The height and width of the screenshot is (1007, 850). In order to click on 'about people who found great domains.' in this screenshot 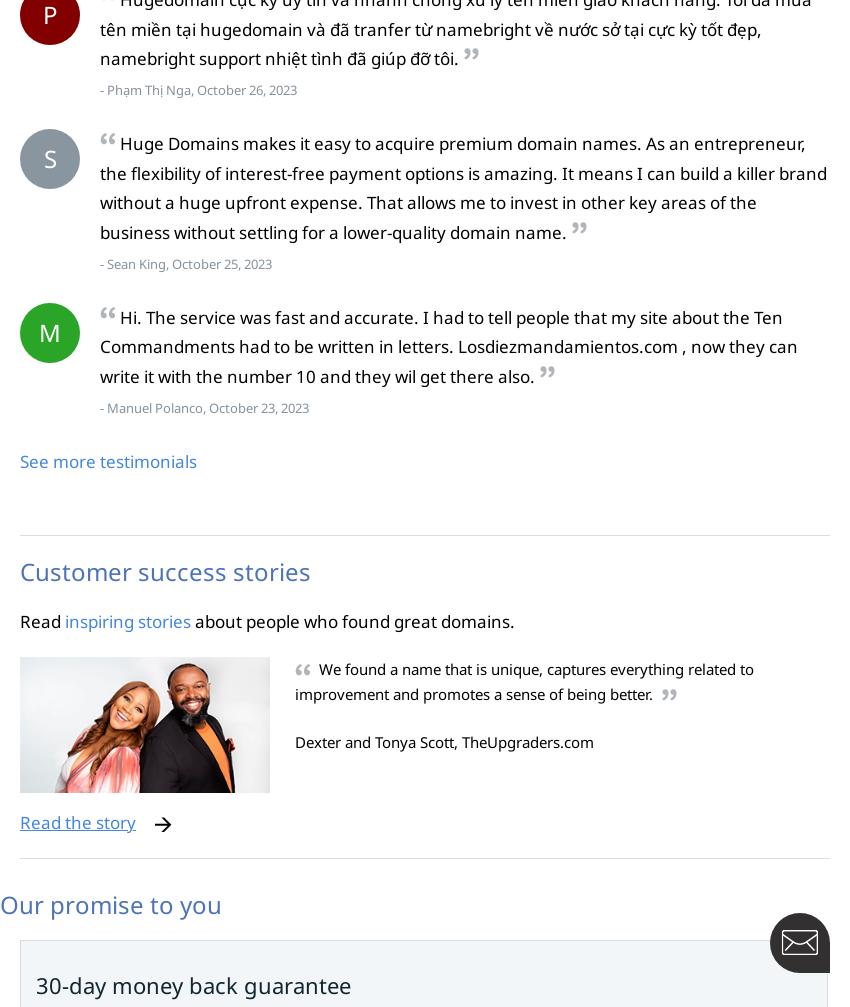, I will do `click(189, 619)`.